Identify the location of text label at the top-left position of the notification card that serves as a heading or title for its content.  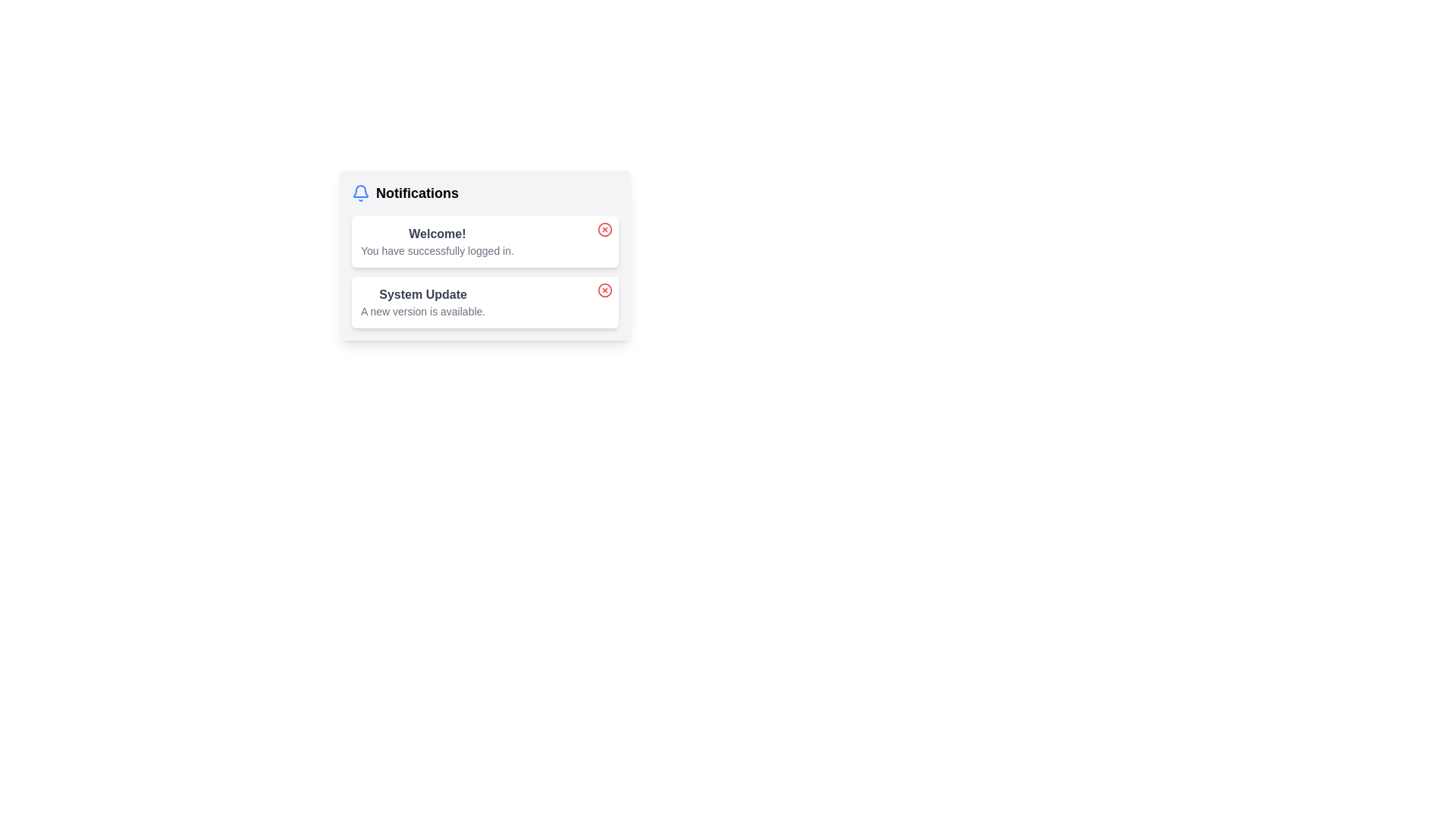
(436, 234).